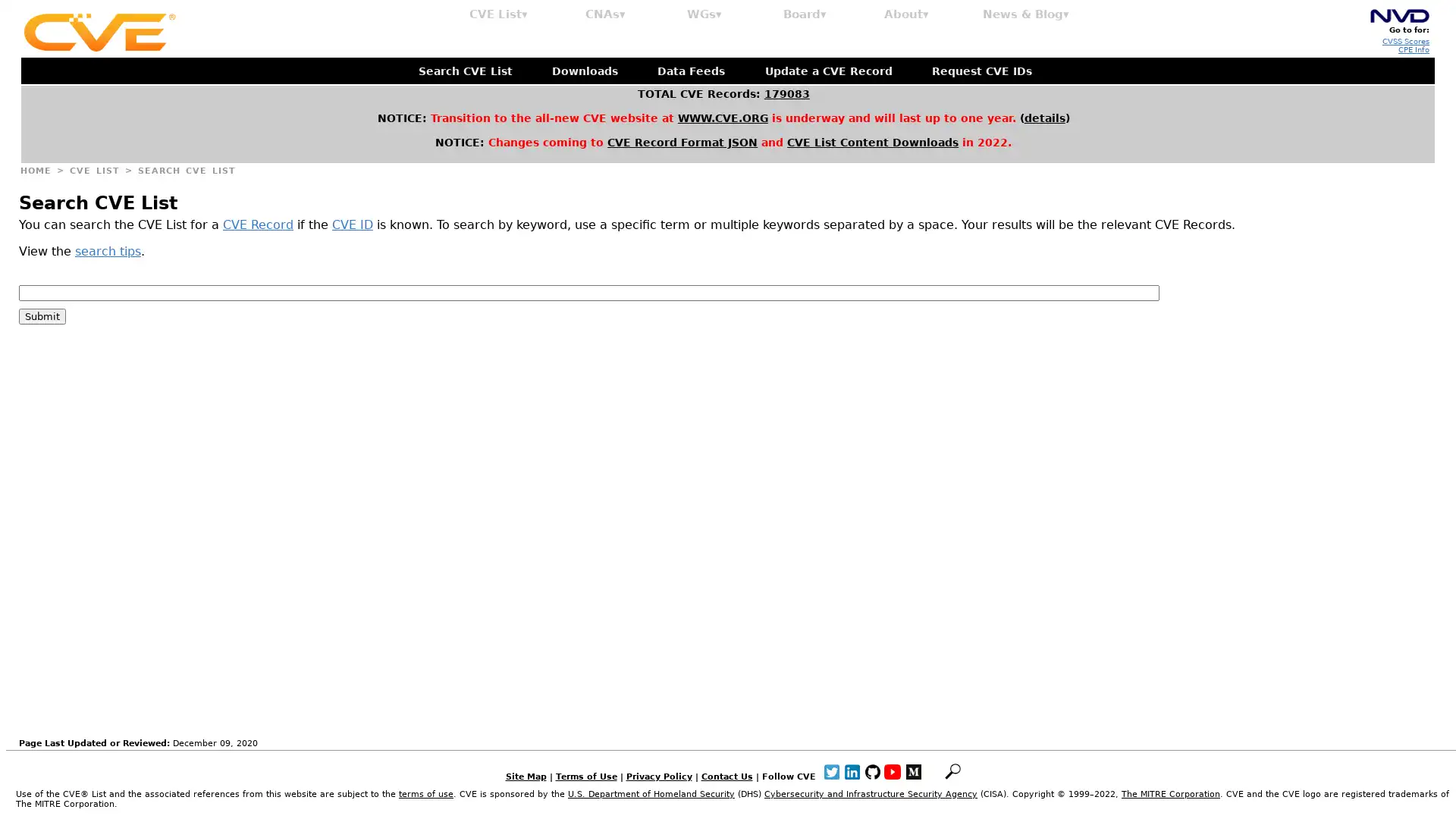  What do you see at coordinates (906, 14) in the screenshot?
I see `About` at bounding box center [906, 14].